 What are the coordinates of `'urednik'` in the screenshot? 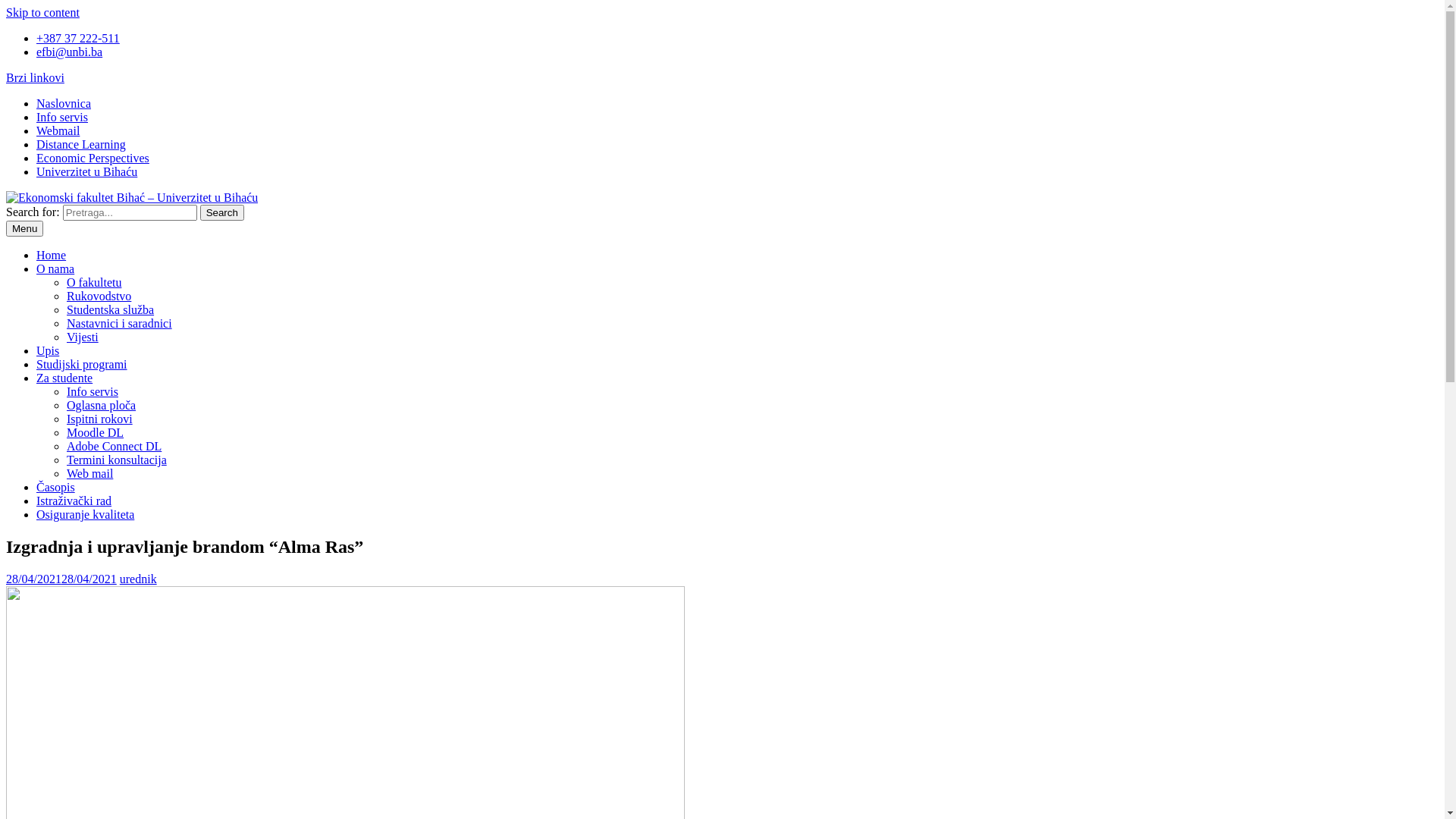 It's located at (119, 579).